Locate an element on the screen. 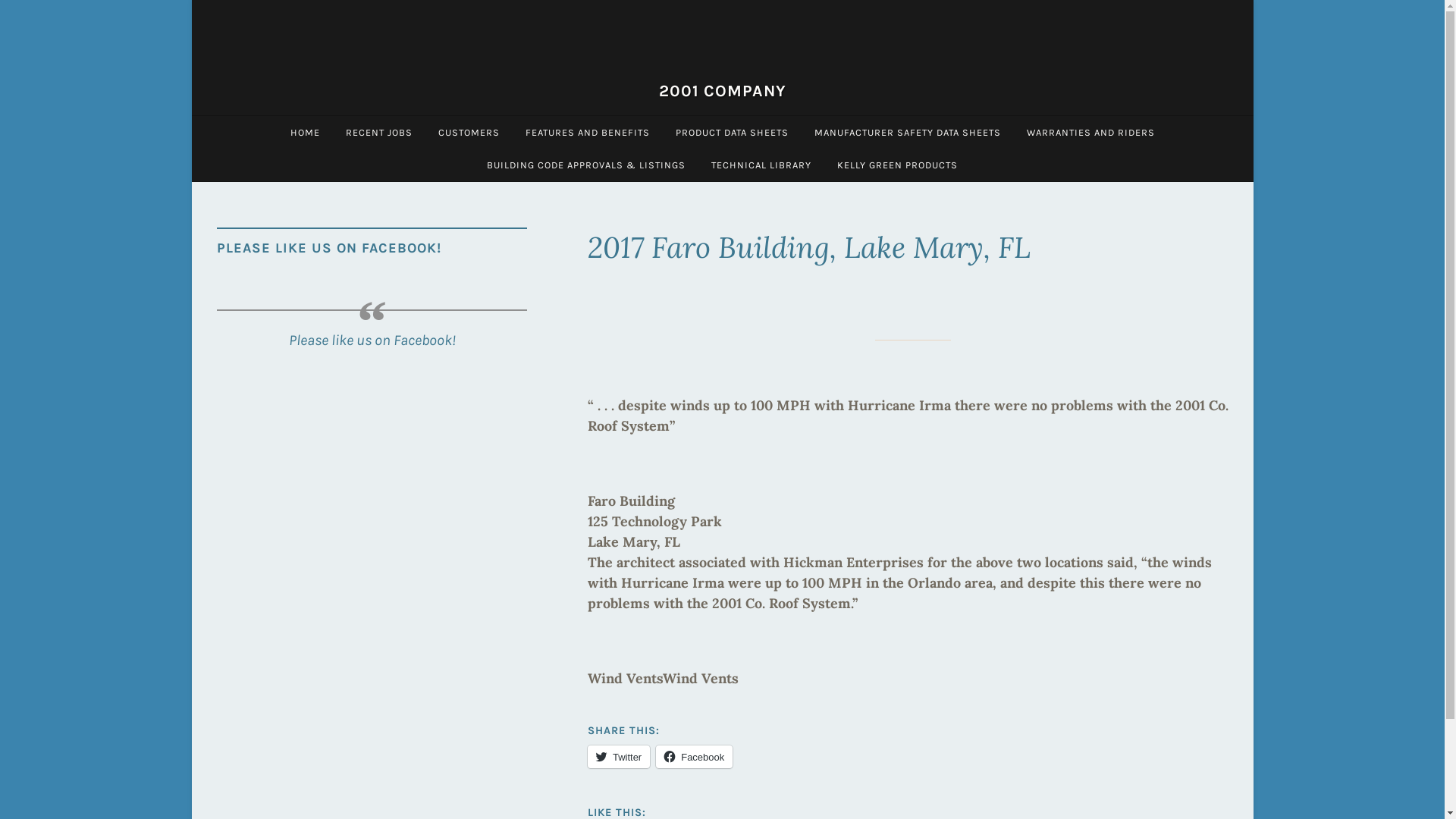 Image resolution: width=1456 pixels, height=819 pixels. 'Twitter' is located at coordinates (619, 757).